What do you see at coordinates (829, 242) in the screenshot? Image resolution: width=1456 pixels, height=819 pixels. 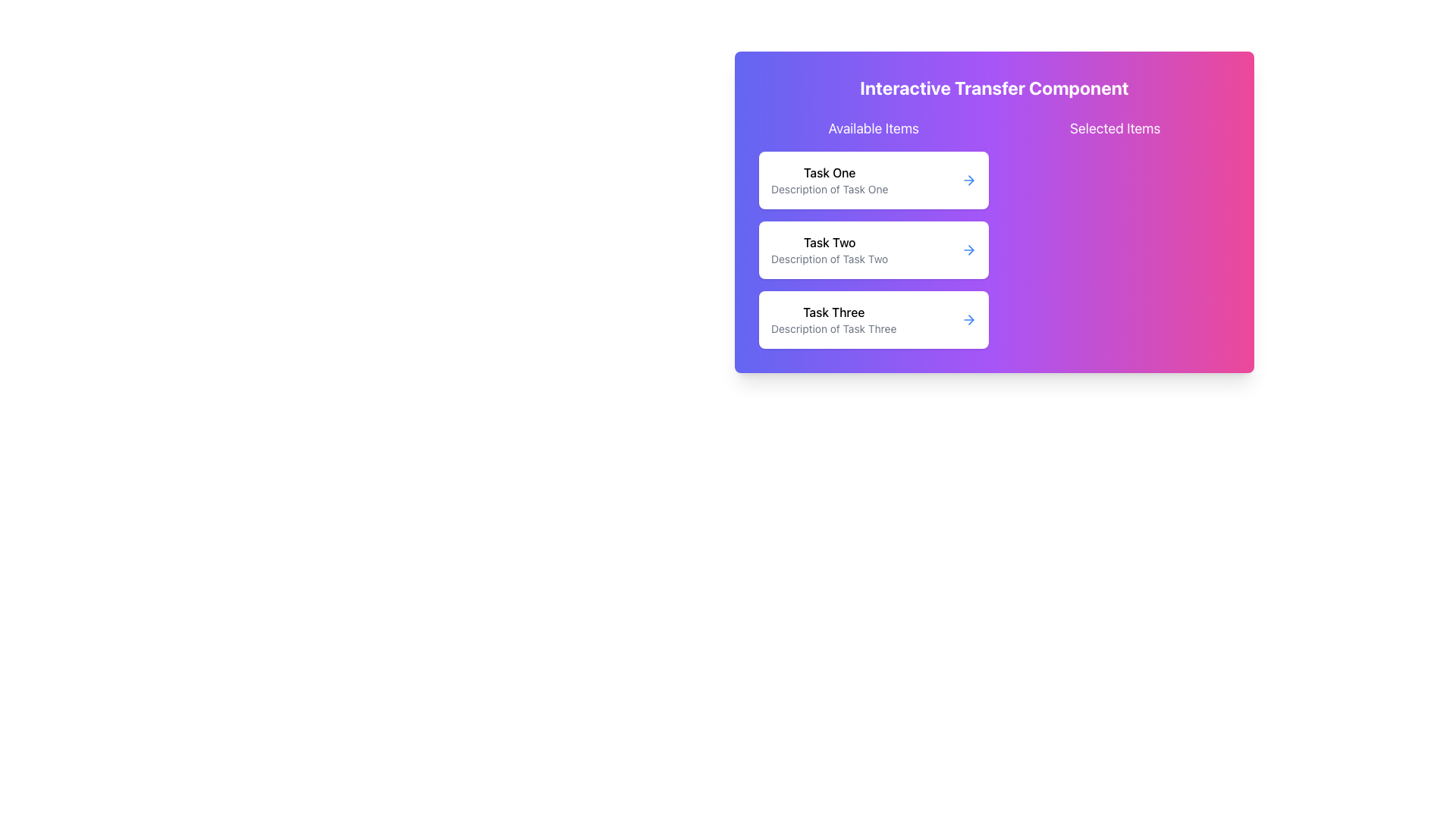 I see `the text label 'Task Two', which identifies the second task in the 'Available Items' section` at bounding box center [829, 242].